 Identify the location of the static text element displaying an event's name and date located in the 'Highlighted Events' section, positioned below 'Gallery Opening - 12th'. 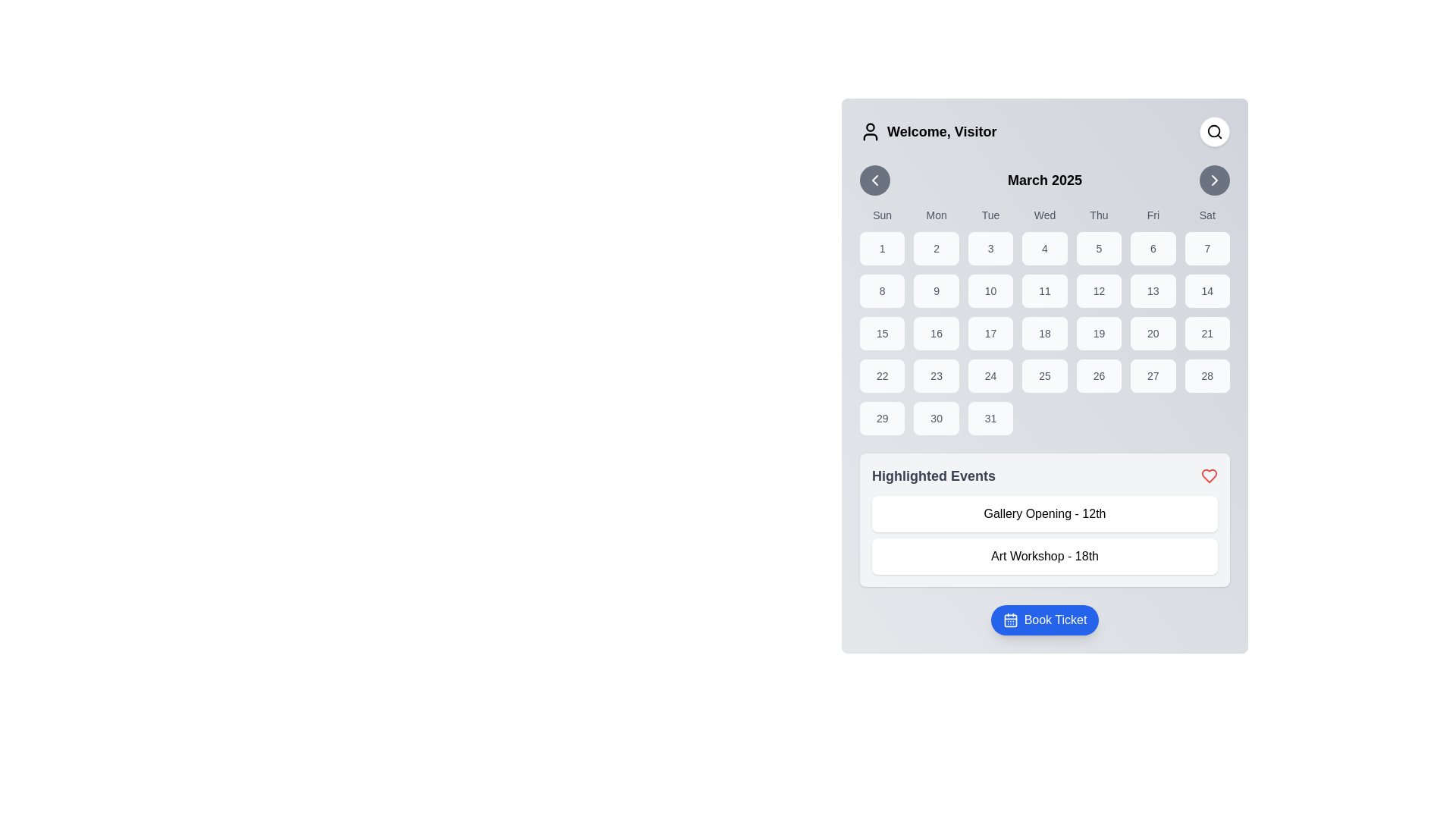
(1043, 556).